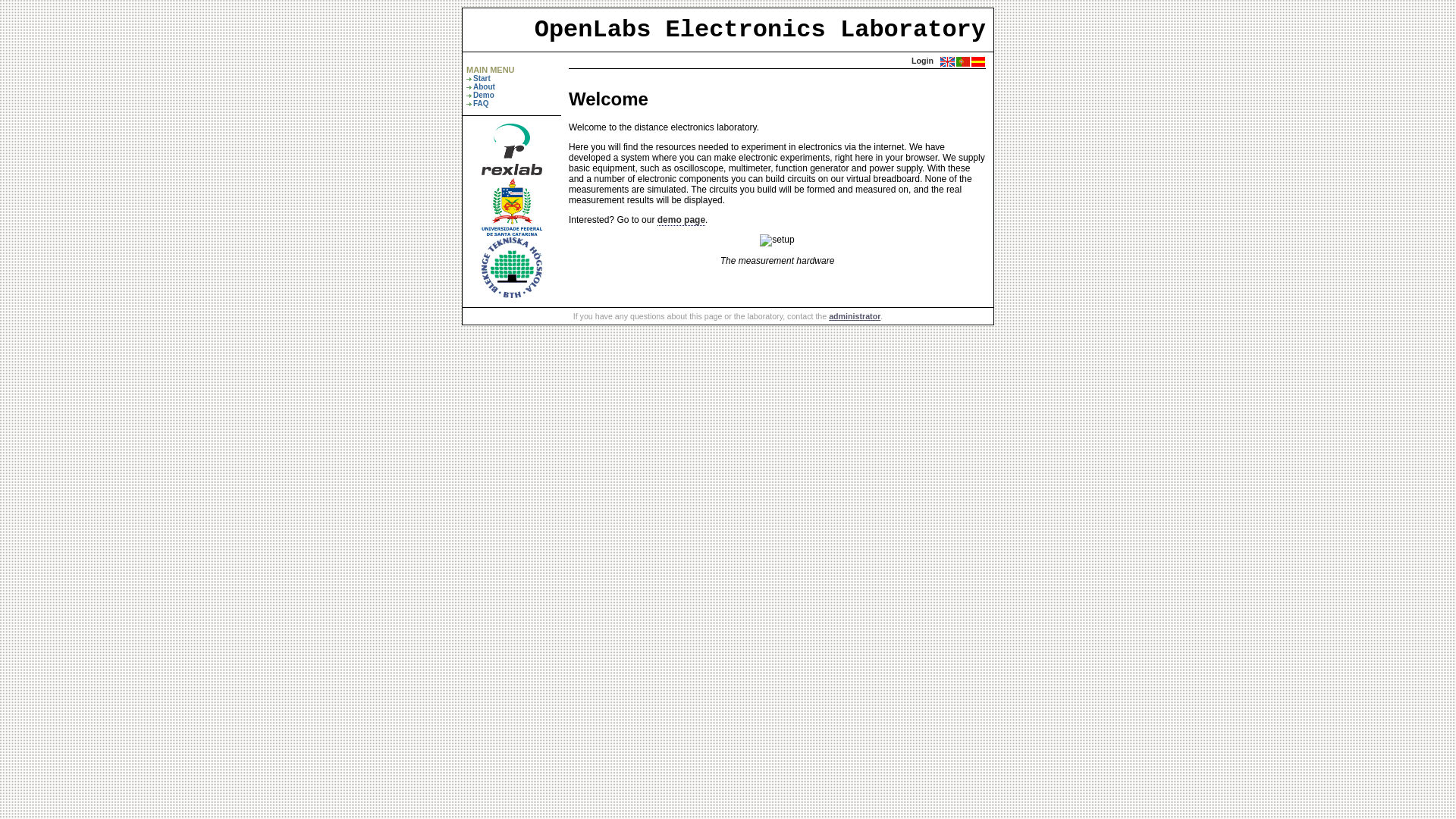 The height and width of the screenshot is (819, 1456). Describe the element at coordinates (777, 239) in the screenshot. I see `'setup'` at that location.